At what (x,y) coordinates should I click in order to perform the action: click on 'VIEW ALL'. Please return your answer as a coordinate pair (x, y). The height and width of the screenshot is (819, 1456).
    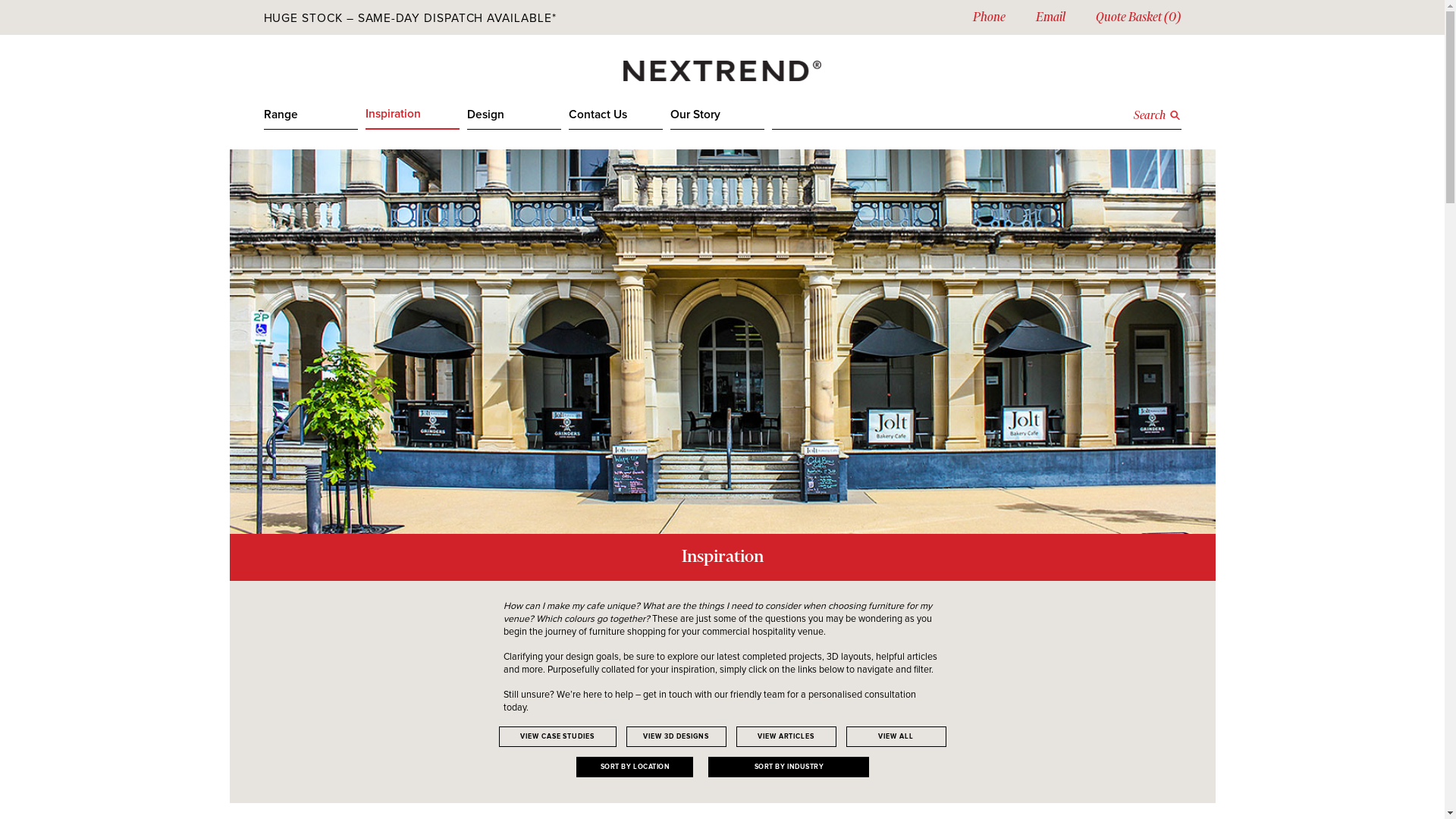
    Looking at the image, I should click on (896, 736).